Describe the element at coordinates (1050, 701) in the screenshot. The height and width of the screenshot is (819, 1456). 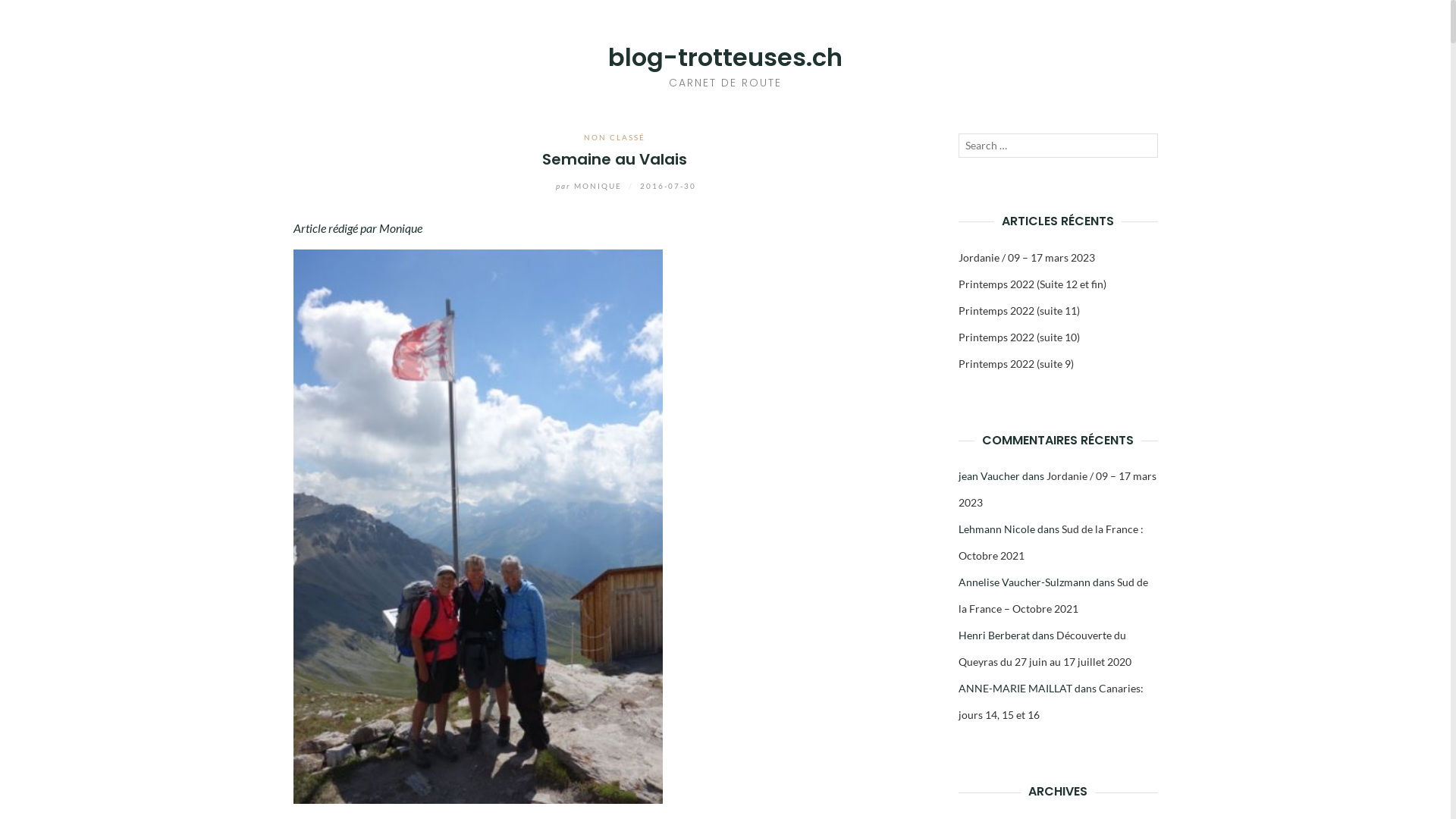
I see `'Canaries: jours 14, 15 et 16'` at that location.